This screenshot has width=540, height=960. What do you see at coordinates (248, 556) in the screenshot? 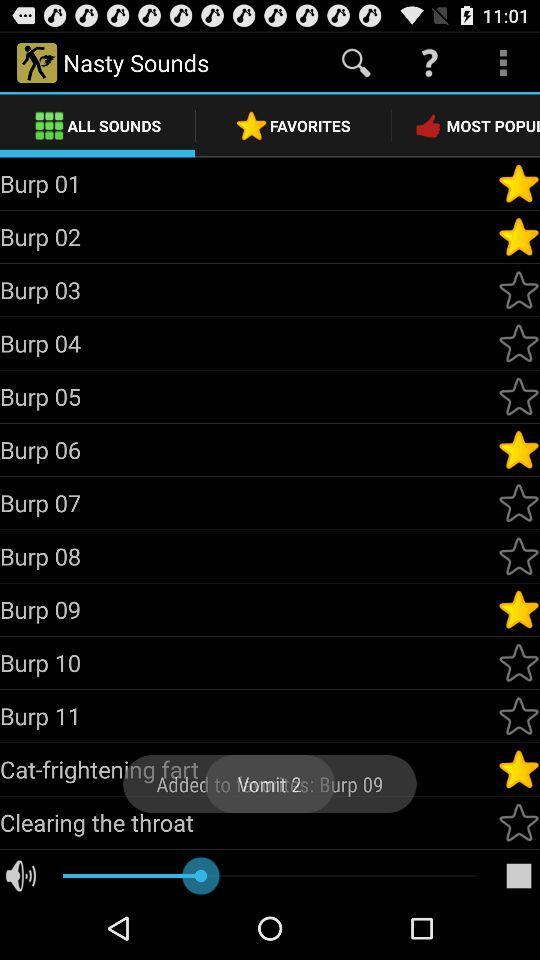
I see `the burp 08 icon` at bounding box center [248, 556].